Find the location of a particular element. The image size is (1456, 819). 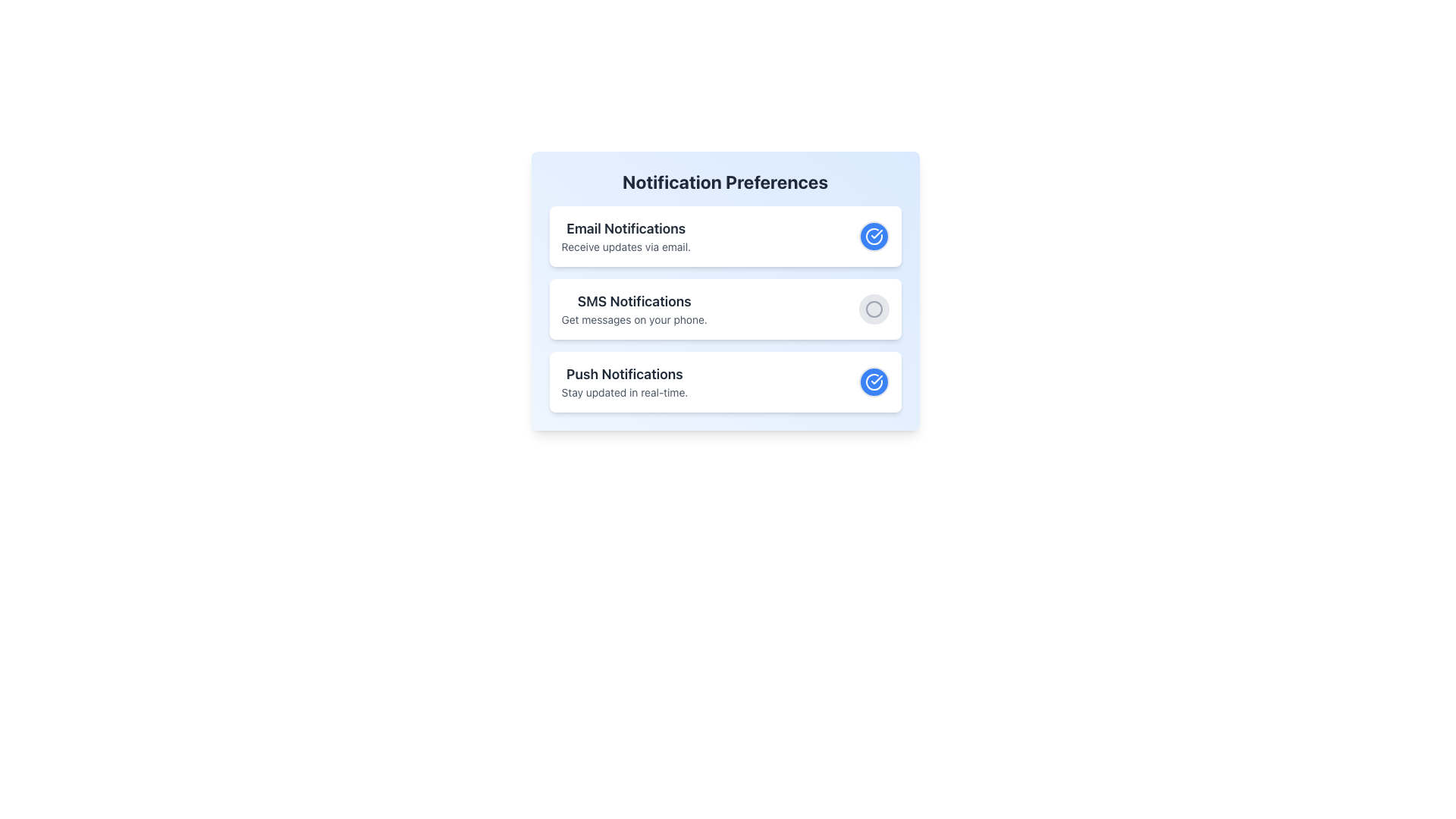

the toggle control on the second Toggleable Card for SMS notifications within the Notification Preferences section is located at coordinates (724, 309).